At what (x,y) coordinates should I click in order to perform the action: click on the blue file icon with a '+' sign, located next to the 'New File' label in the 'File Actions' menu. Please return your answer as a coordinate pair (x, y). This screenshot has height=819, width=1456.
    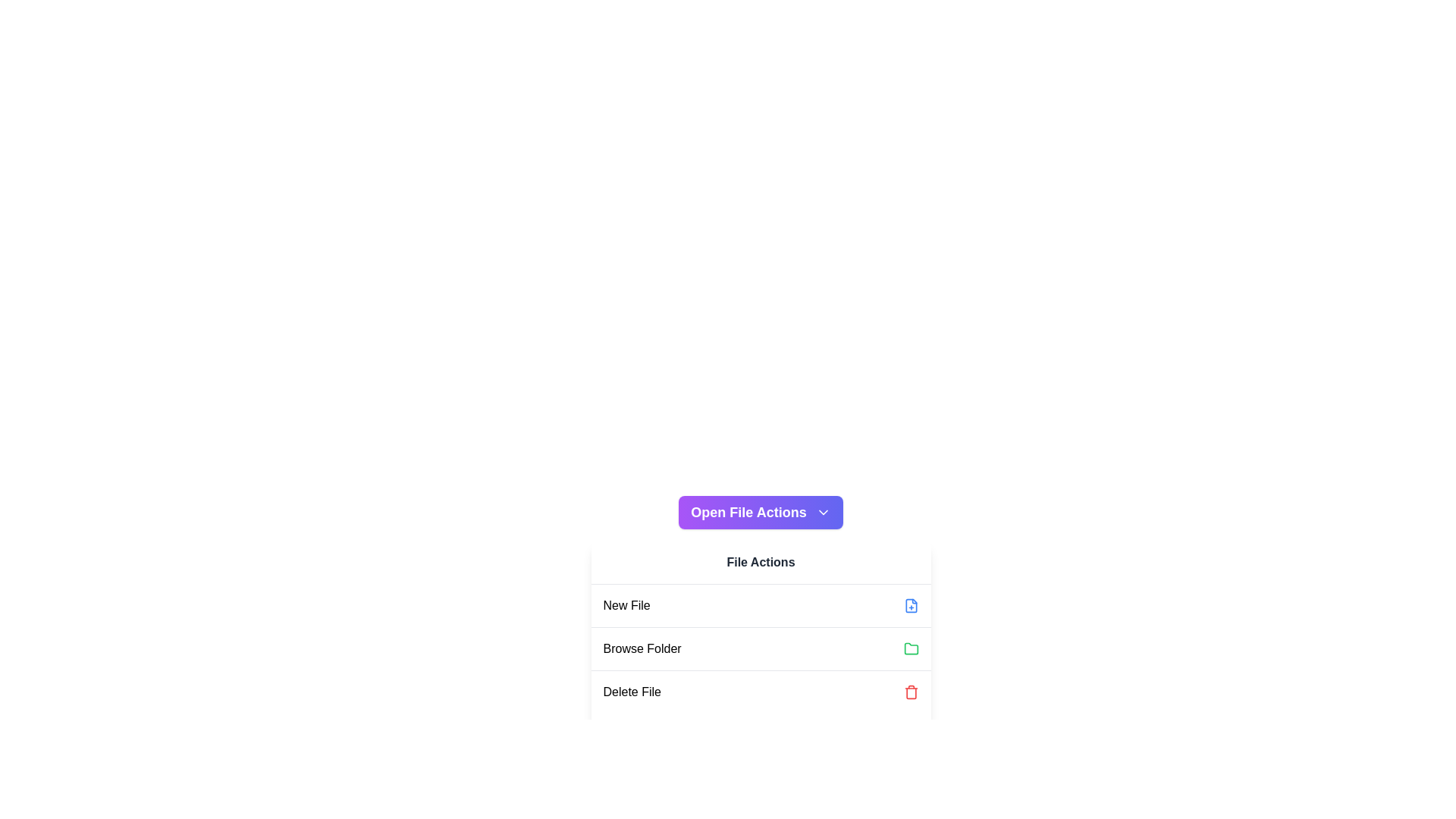
    Looking at the image, I should click on (910, 604).